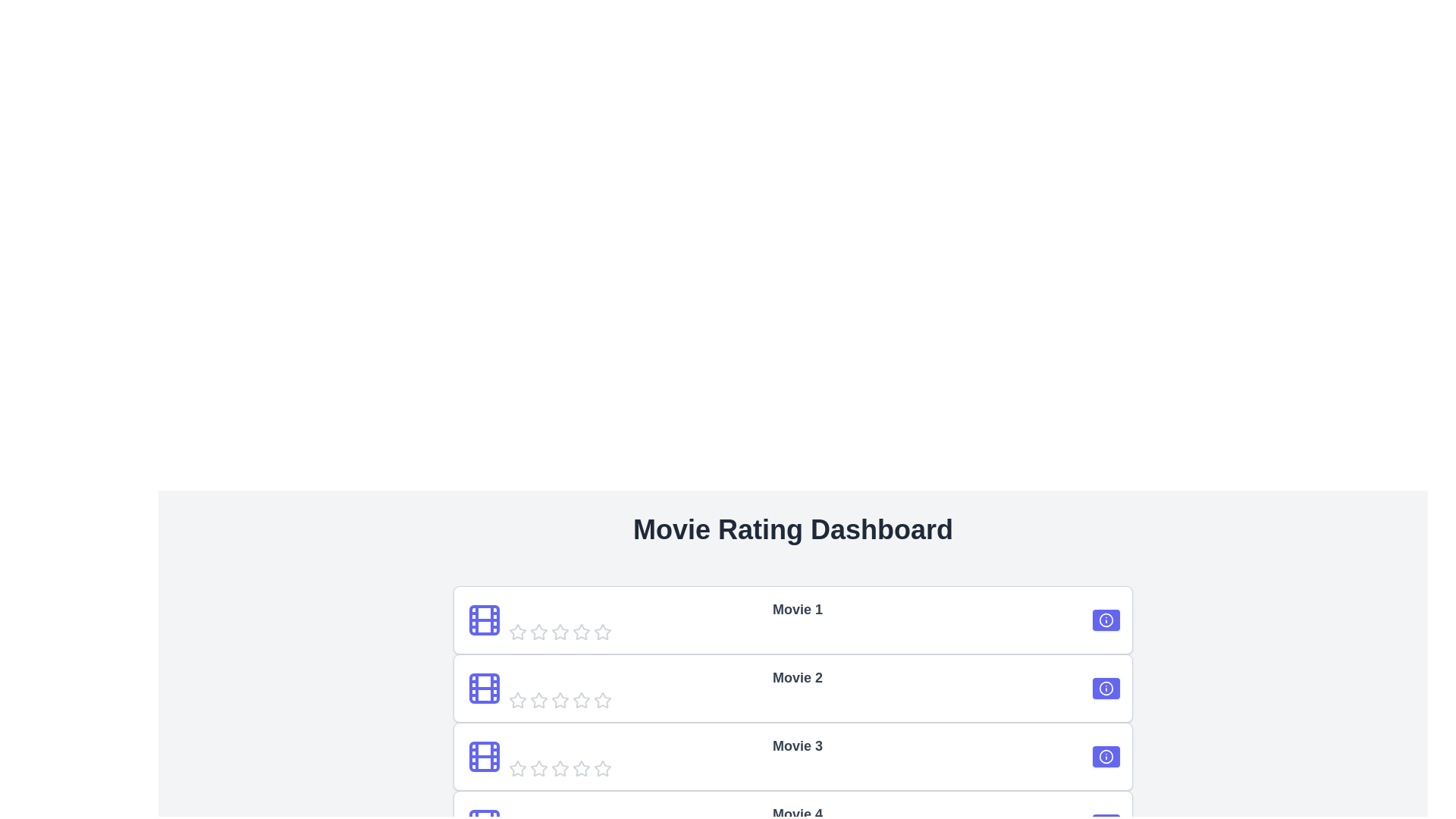  I want to click on the rating of a movie to 2 stars by clicking on the corresponding star, so click(538, 632).